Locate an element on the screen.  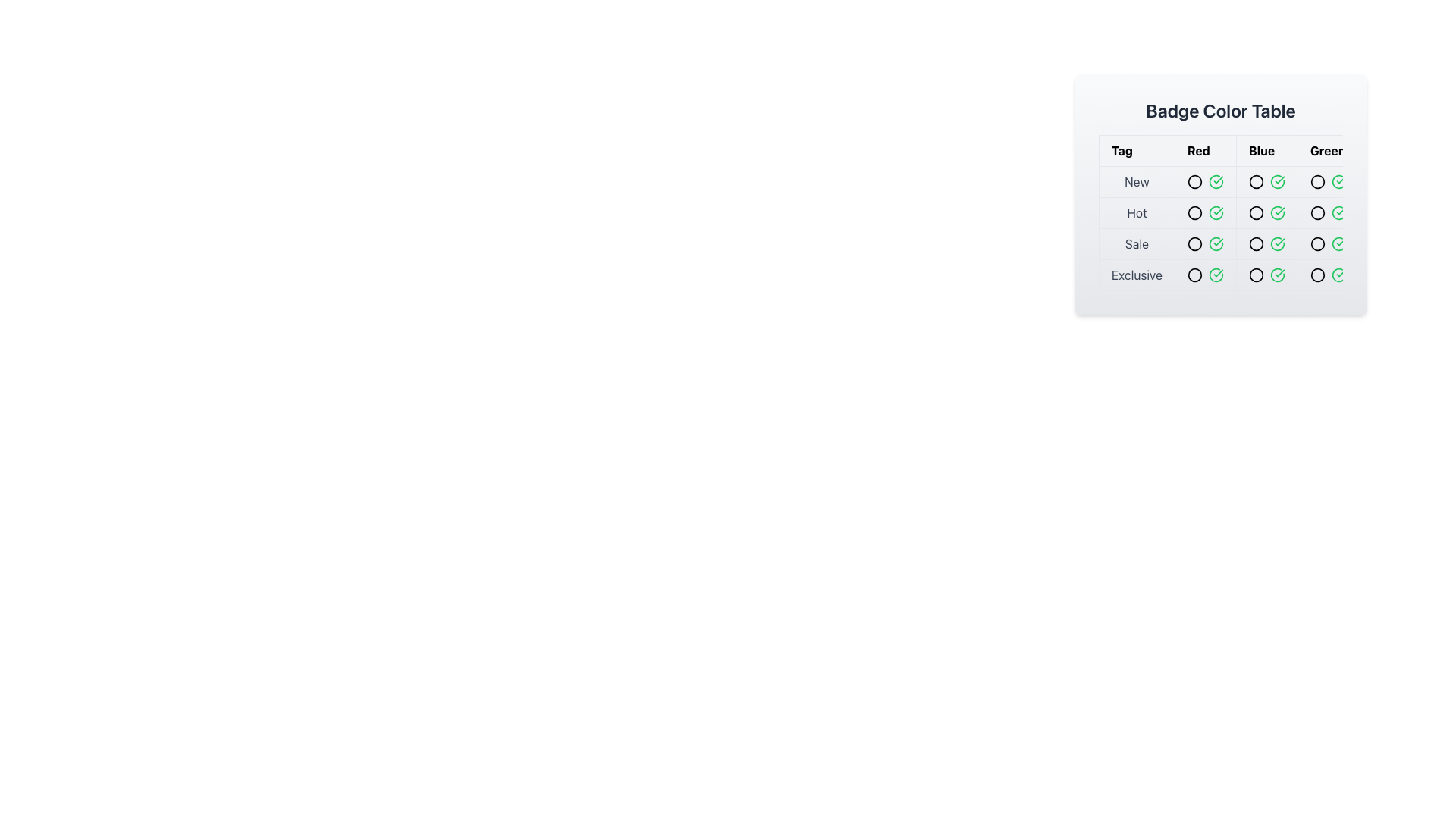
the composite visual indicator consisting of an empty blue circle and a green checkmark located in the 'Badge Color Table' under the 'Blue' column and 'Exclusive' row is located at coordinates (1266, 275).